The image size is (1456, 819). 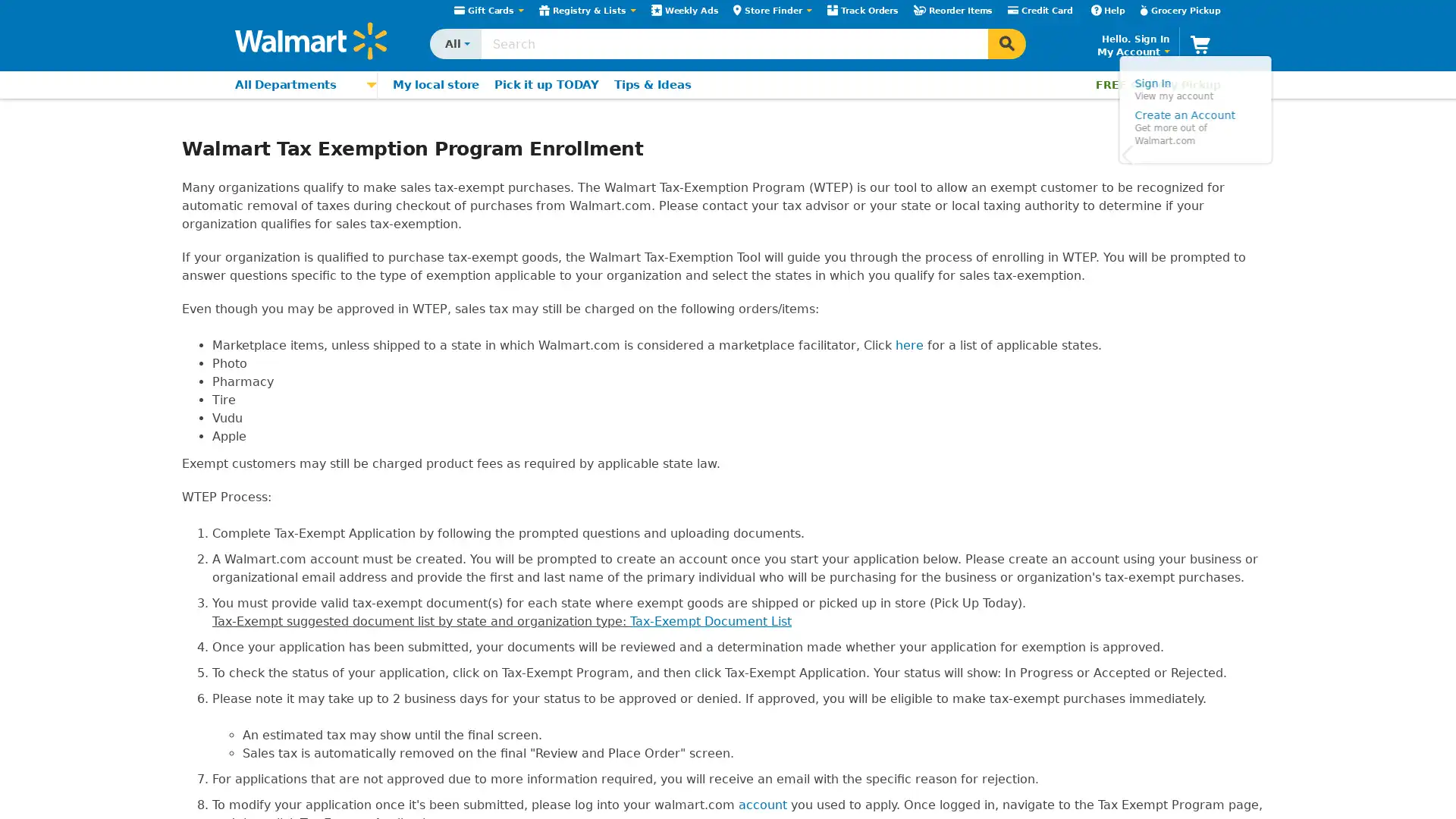 I want to click on Search, so click(x=1007, y=42).